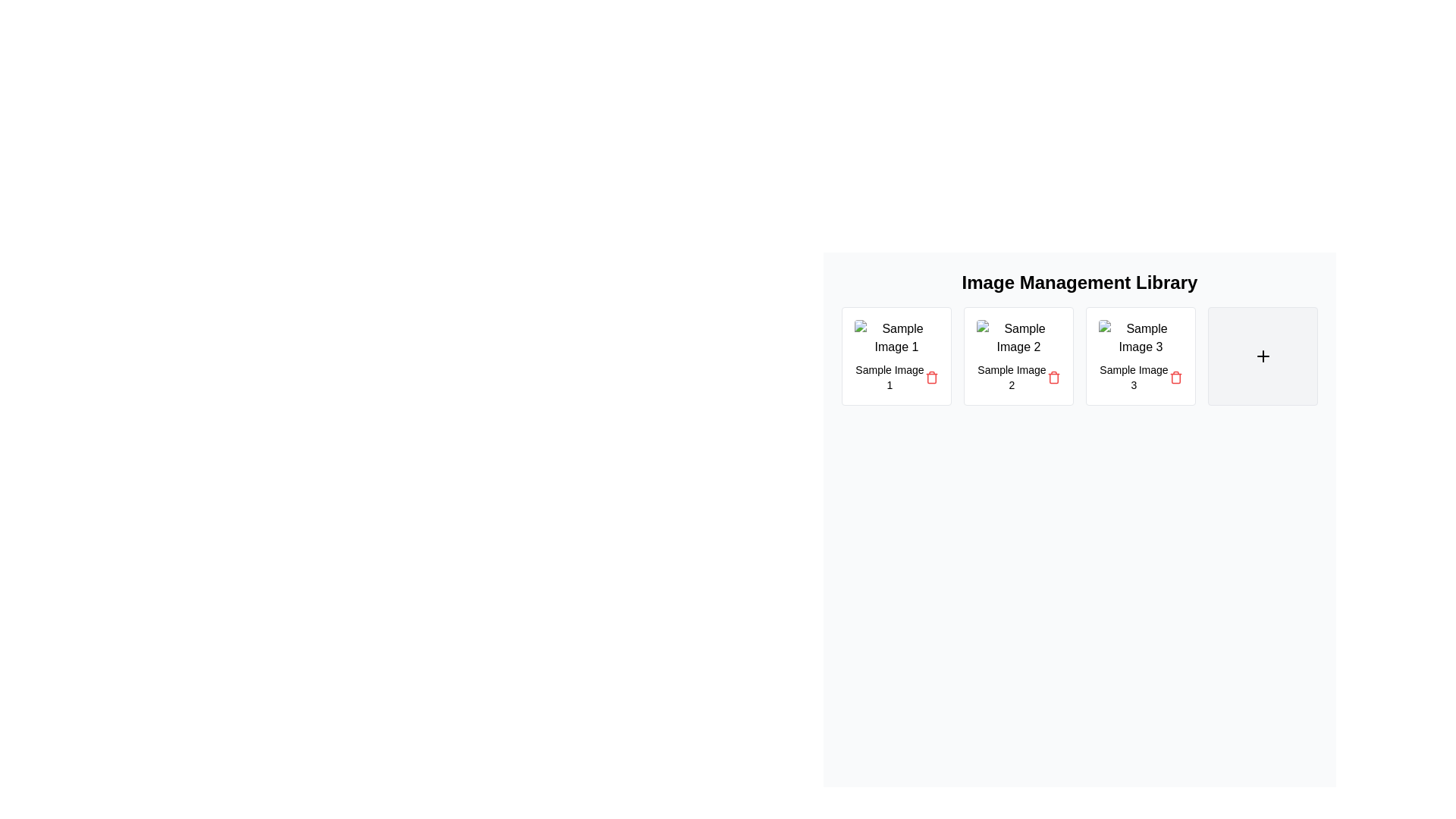 Image resolution: width=1456 pixels, height=819 pixels. I want to click on the image thumbnail located in the upper portion of the second card, so click(1018, 337).